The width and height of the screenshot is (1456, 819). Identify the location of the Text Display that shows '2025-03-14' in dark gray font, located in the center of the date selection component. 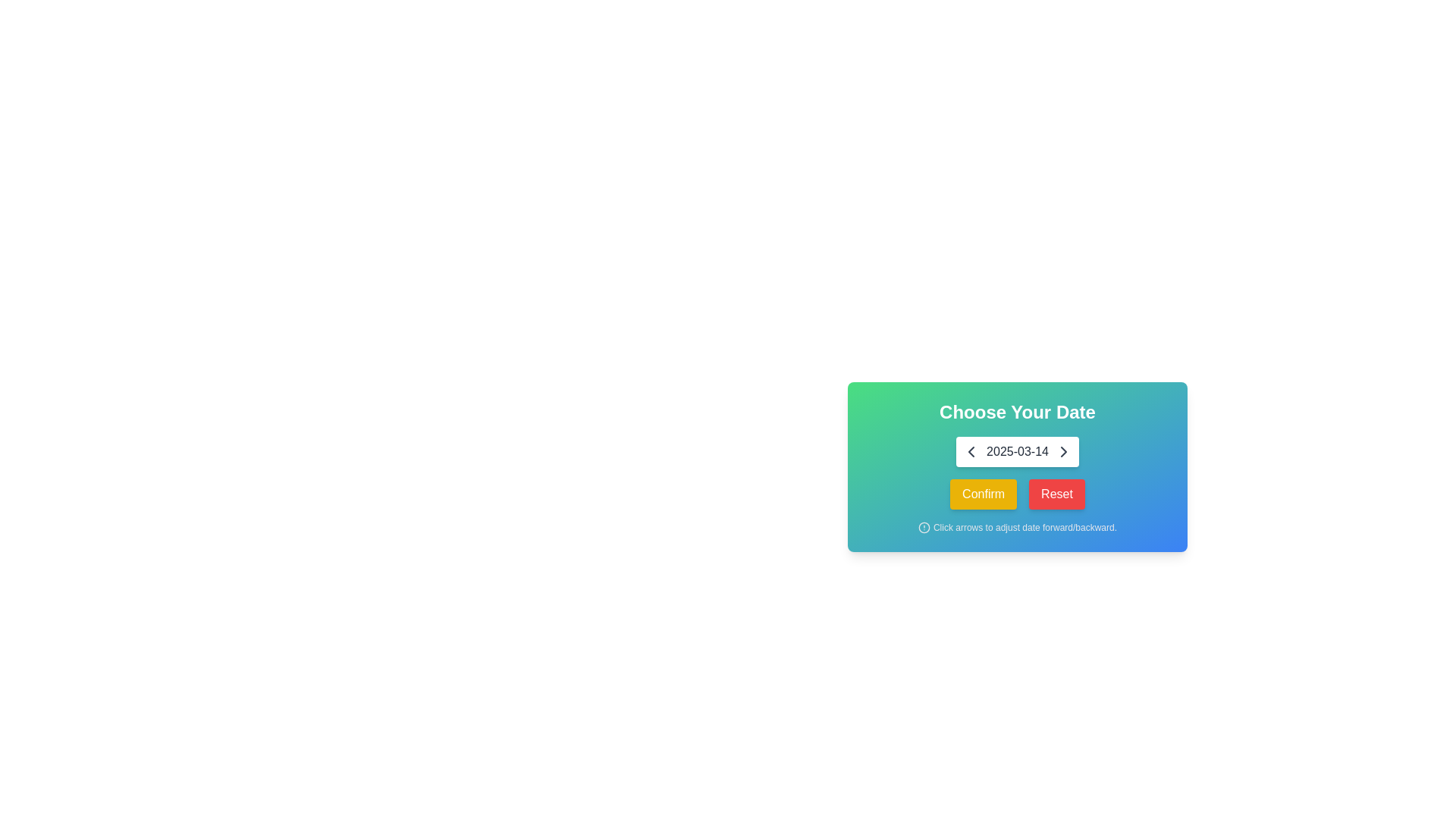
(1018, 451).